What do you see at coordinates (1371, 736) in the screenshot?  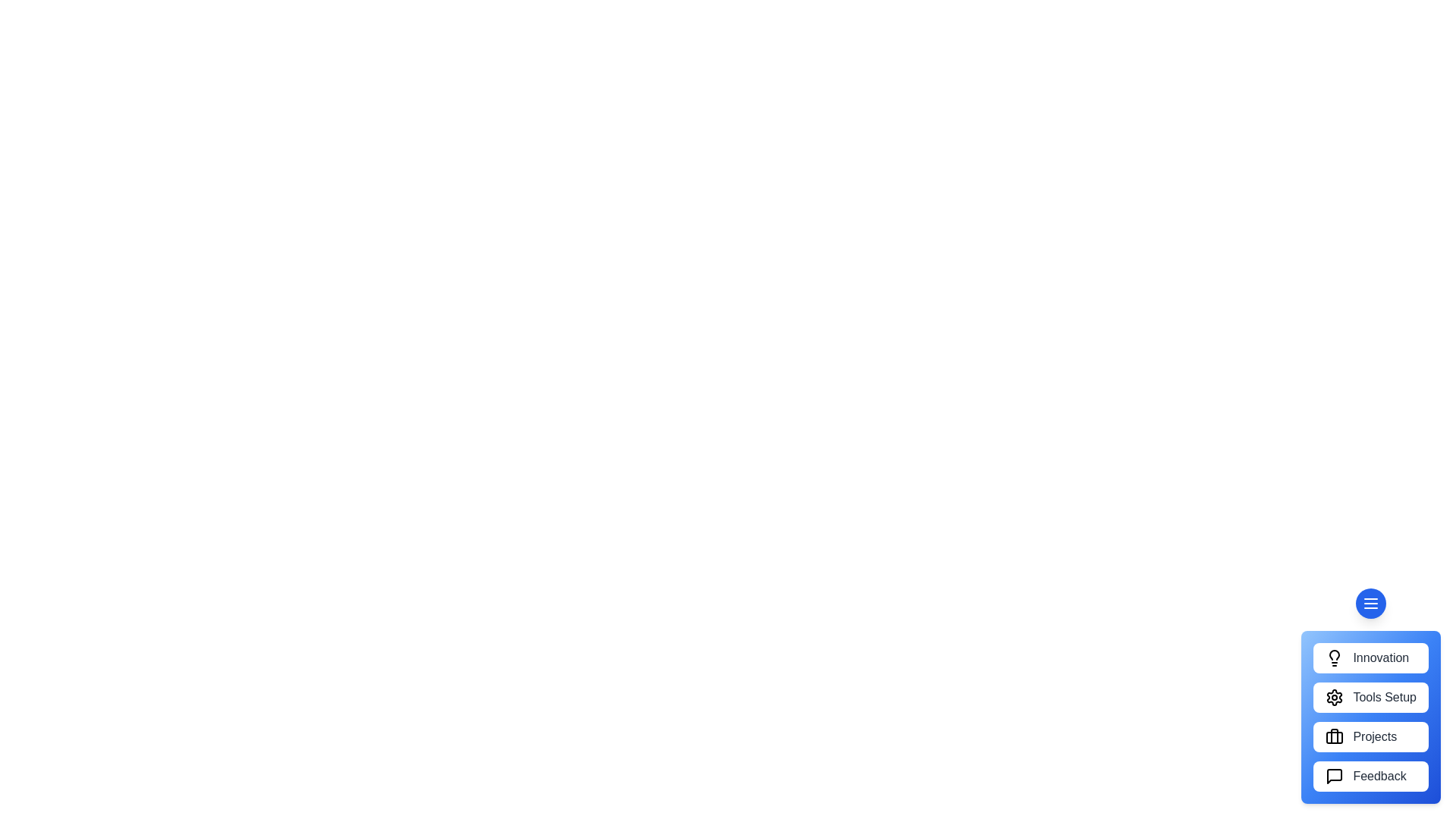 I see `the 'Projects' button` at bounding box center [1371, 736].